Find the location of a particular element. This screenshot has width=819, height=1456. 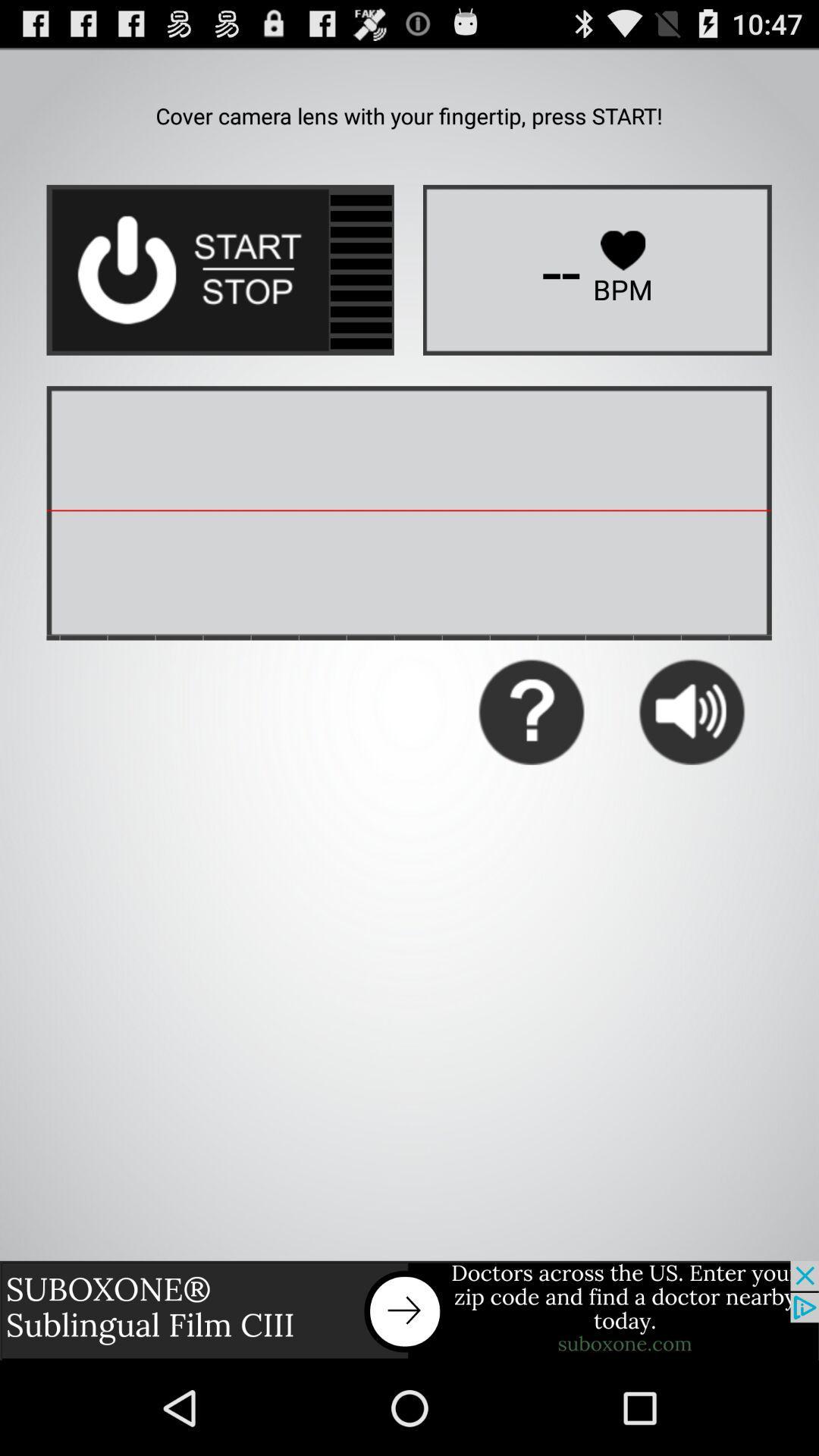

the volume icon is located at coordinates (691, 761).